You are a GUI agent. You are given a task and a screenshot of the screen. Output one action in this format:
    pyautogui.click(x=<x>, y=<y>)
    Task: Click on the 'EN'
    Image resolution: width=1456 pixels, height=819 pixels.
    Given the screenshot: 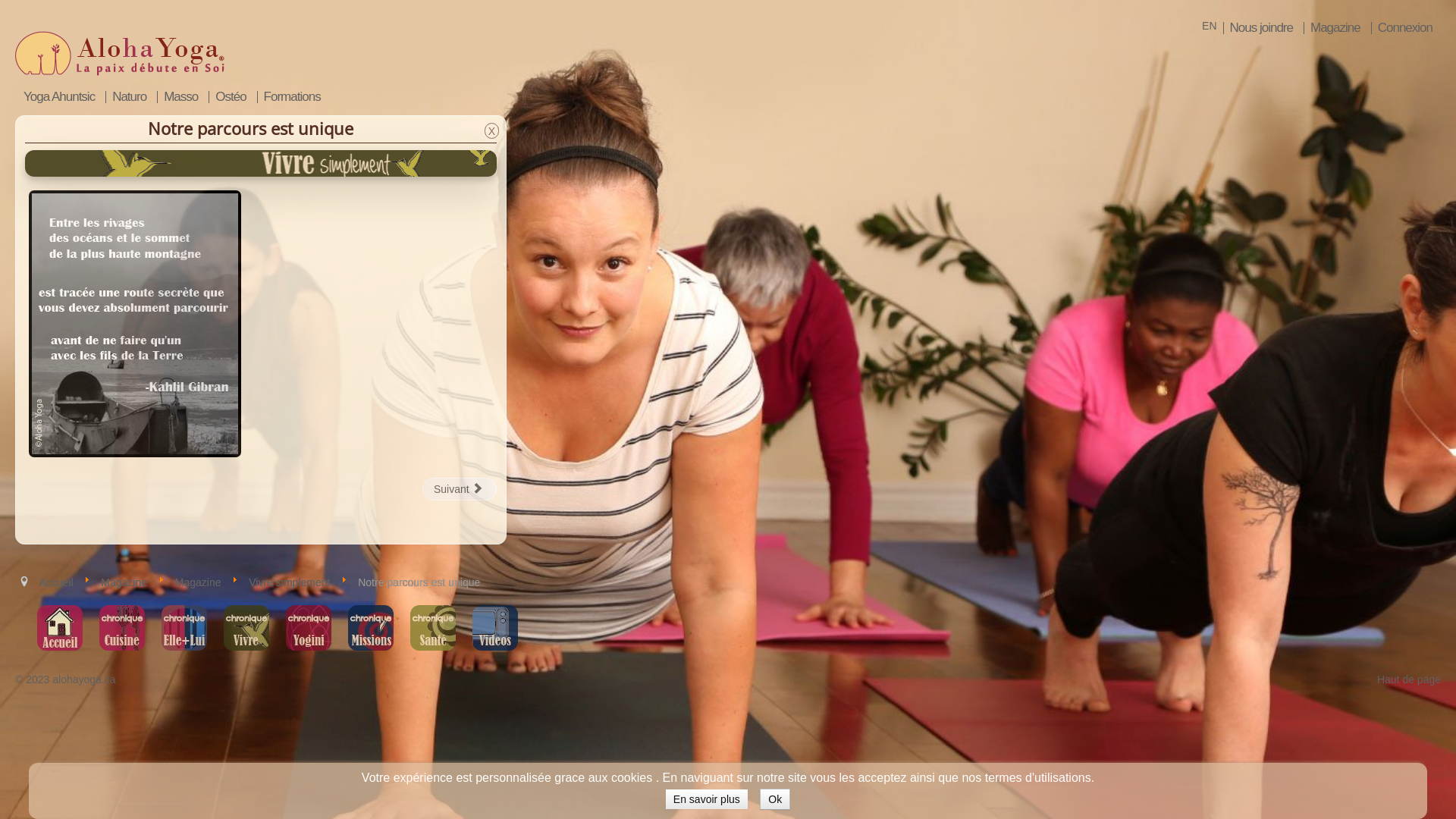 What is the action you would take?
    pyautogui.click(x=1208, y=26)
    